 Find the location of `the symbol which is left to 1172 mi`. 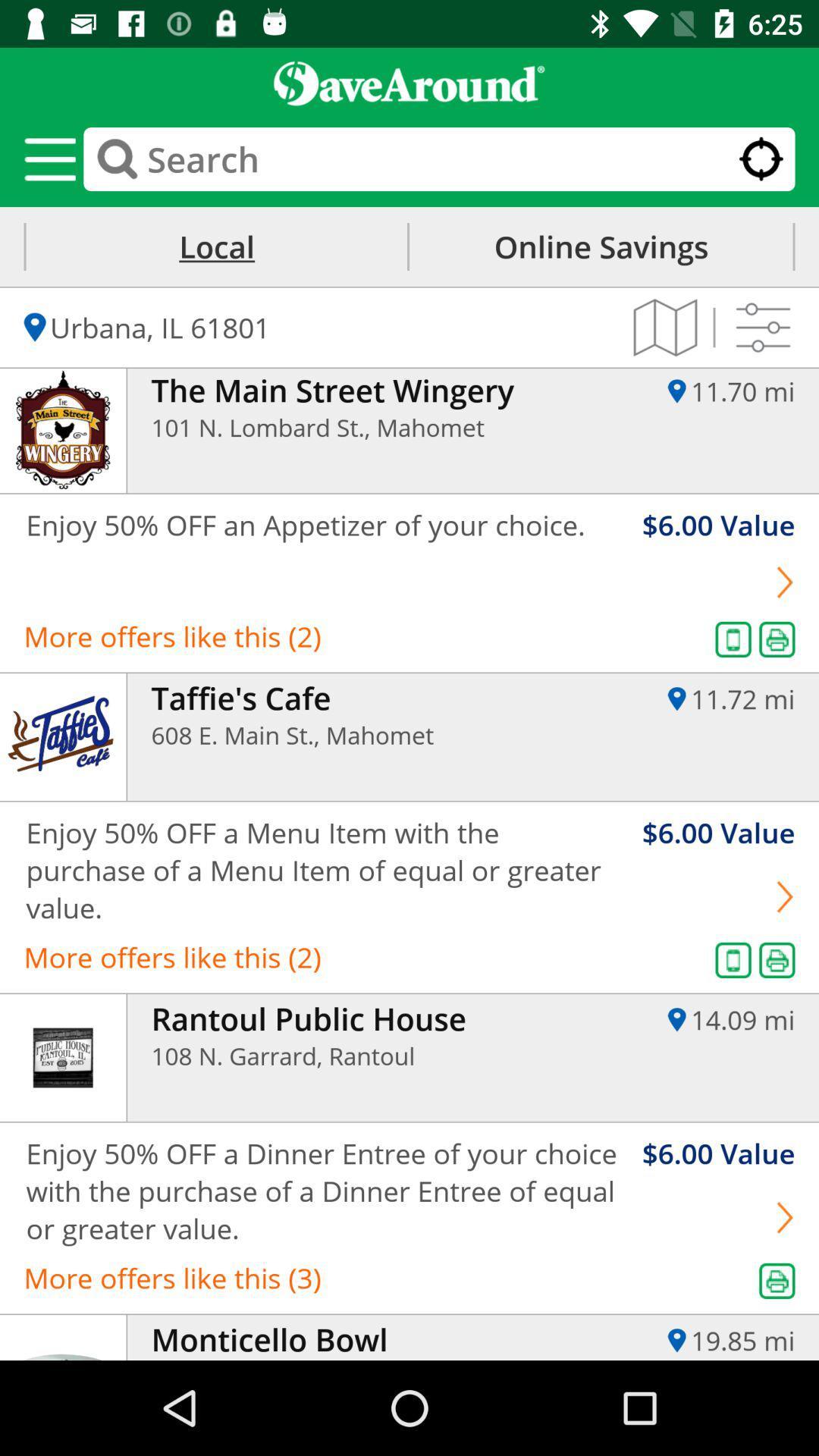

the symbol which is left to 1172 mi is located at coordinates (676, 698).